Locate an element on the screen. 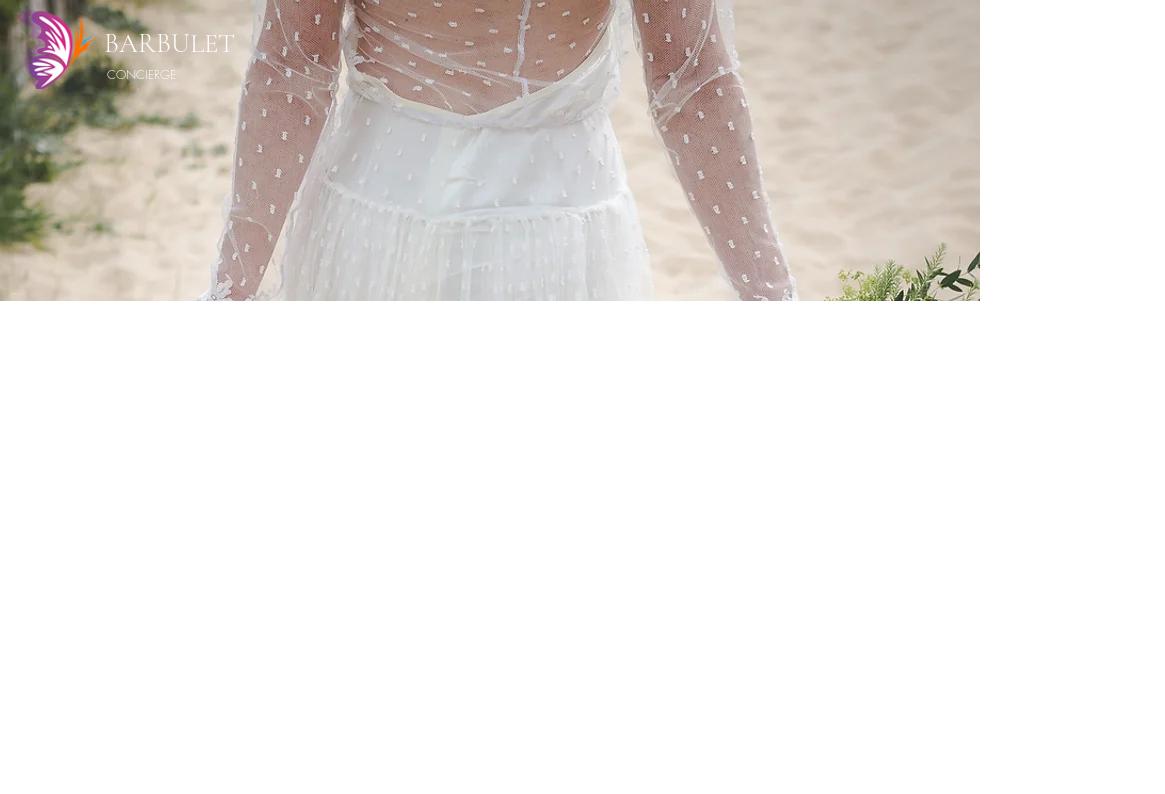 The image size is (1165, 794). 'Decorations & Florist' is located at coordinates (626, 569).